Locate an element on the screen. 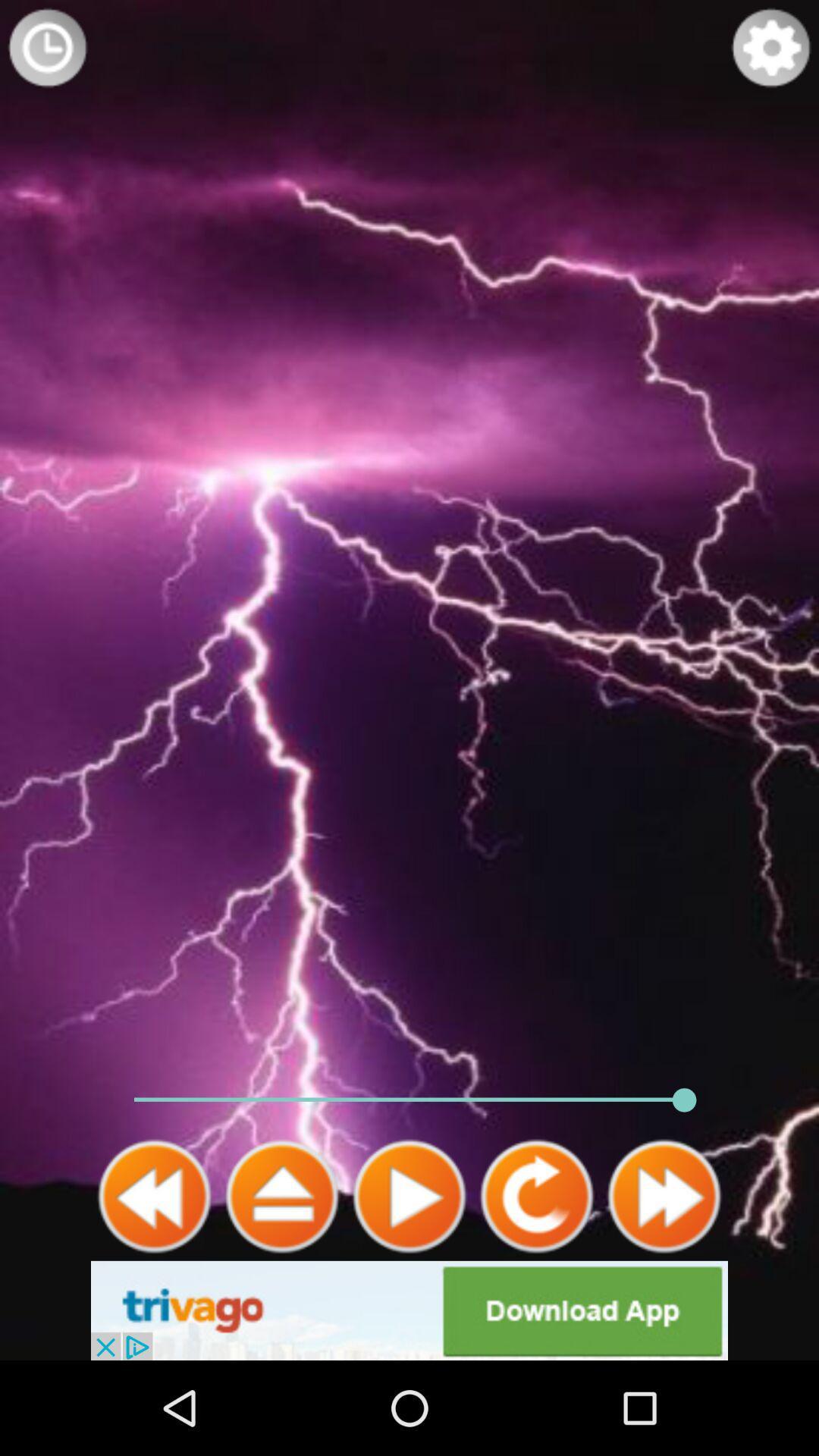 This screenshot has width=819, height=1456. fast forward is located at coordinates (663, 1196).